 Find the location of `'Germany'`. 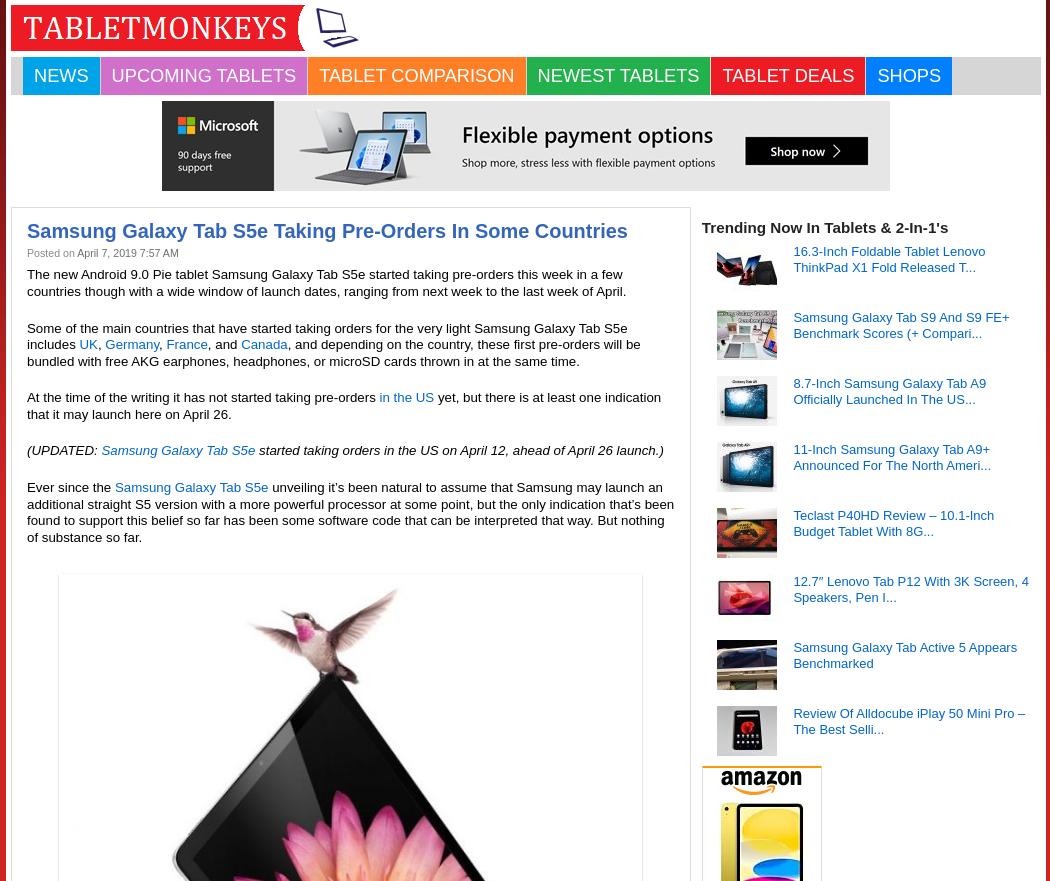

'Germany' is located at coordinates (105, 343).